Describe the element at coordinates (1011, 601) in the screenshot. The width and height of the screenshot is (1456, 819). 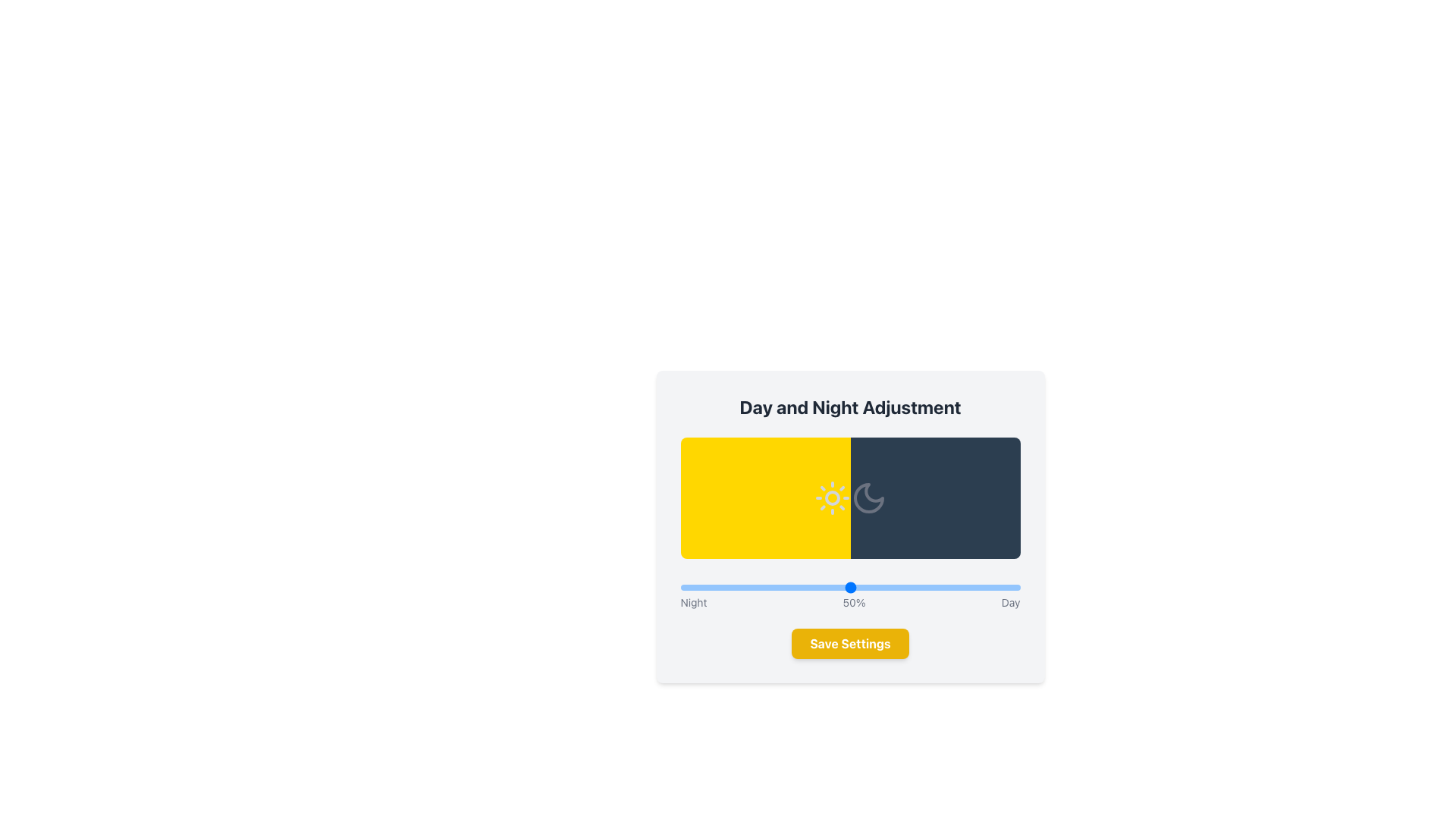
I see `the text element indicating the day mode in the day and night adjustment settings, located to the far-right of the text 'Night50%Day'` at that location.